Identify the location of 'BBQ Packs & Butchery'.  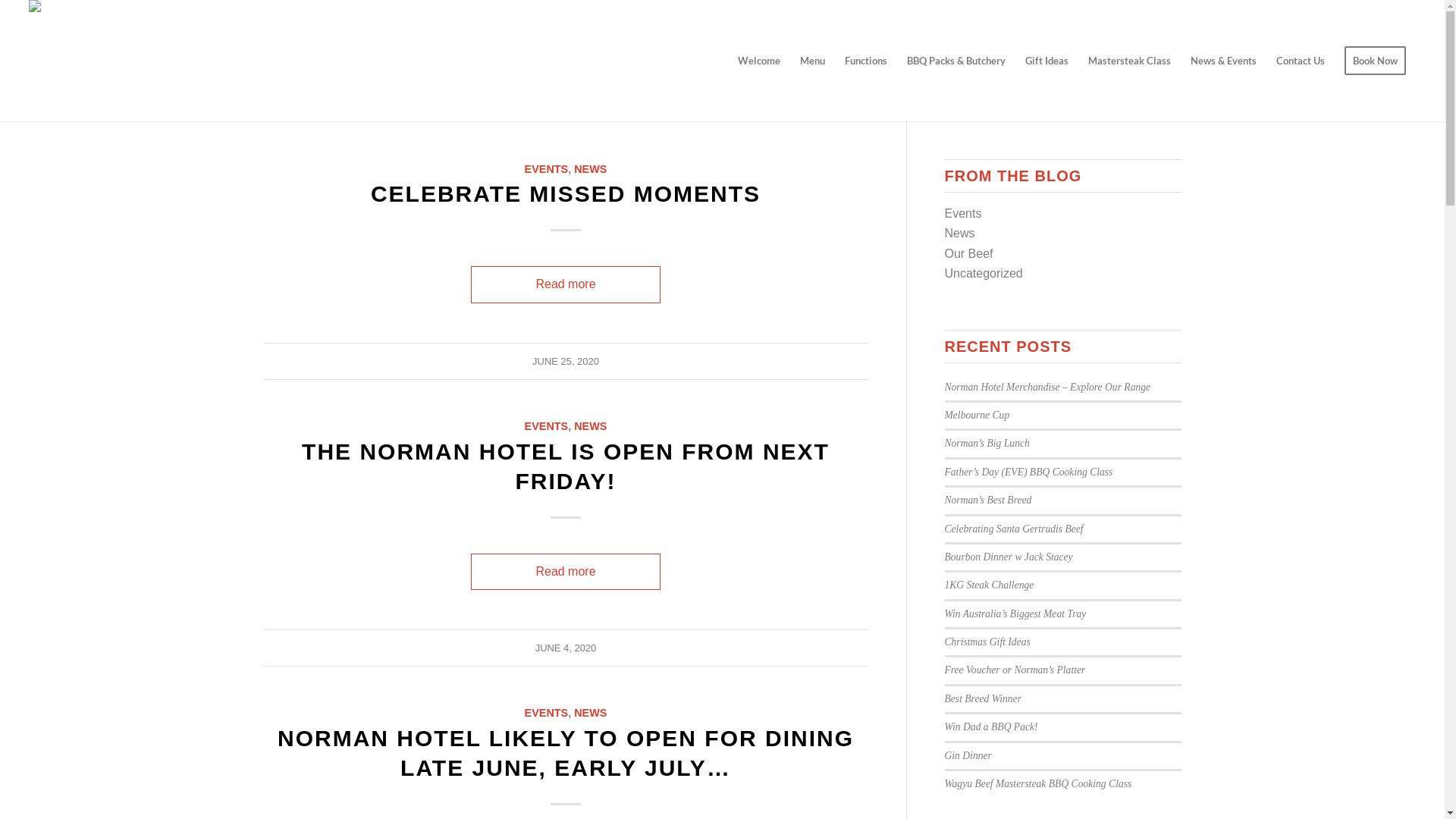
(955, 60).